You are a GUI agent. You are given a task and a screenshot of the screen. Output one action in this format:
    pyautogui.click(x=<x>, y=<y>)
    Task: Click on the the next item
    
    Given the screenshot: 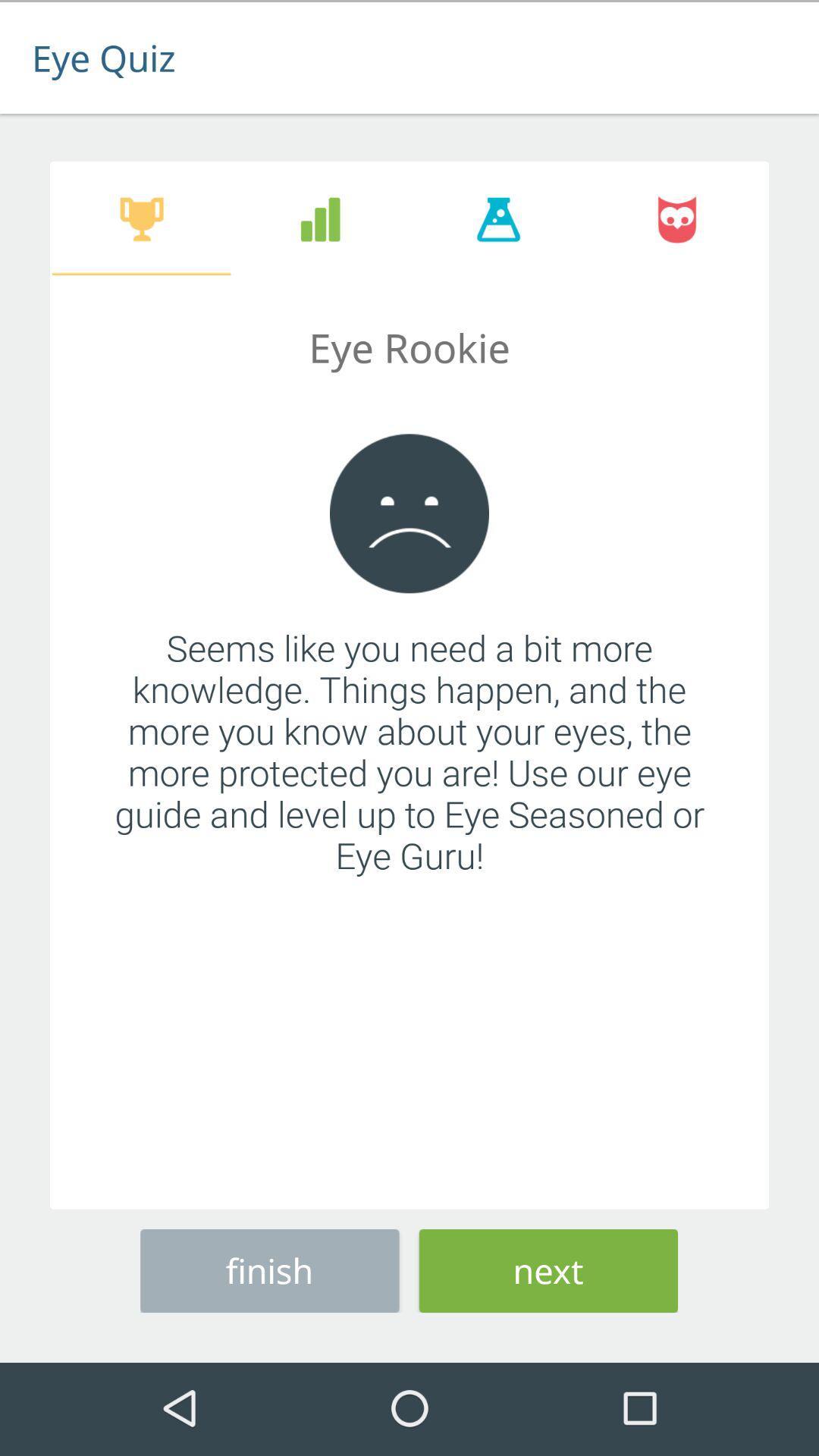 What is the action you would take?
    pyautogui.click(x=548, y=1268)
    